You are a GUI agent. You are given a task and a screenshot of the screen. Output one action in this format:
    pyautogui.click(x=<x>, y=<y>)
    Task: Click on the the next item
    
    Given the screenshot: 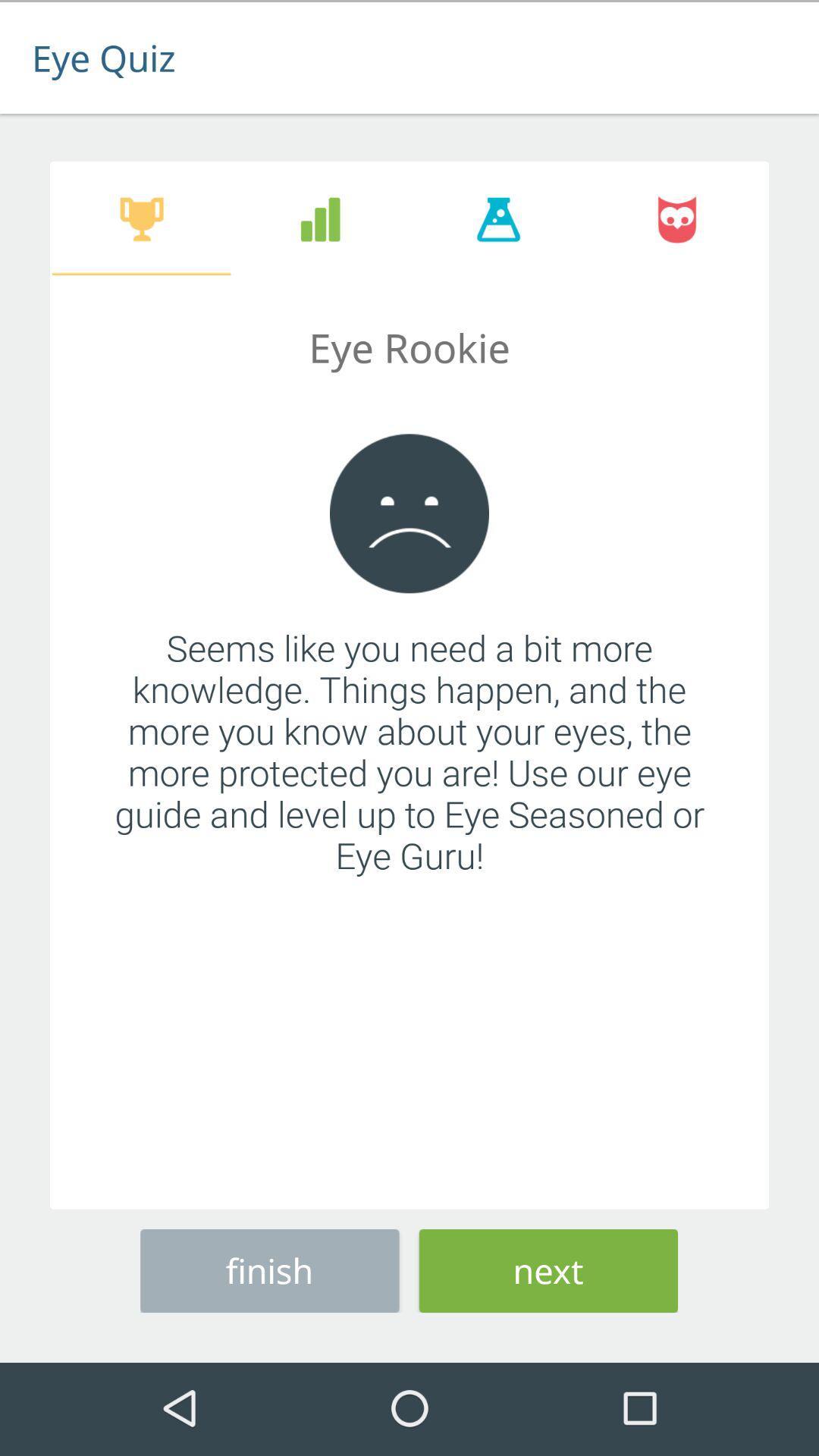 What is the action you would take?
    pyautogui.click(x=548, y=1268)
    